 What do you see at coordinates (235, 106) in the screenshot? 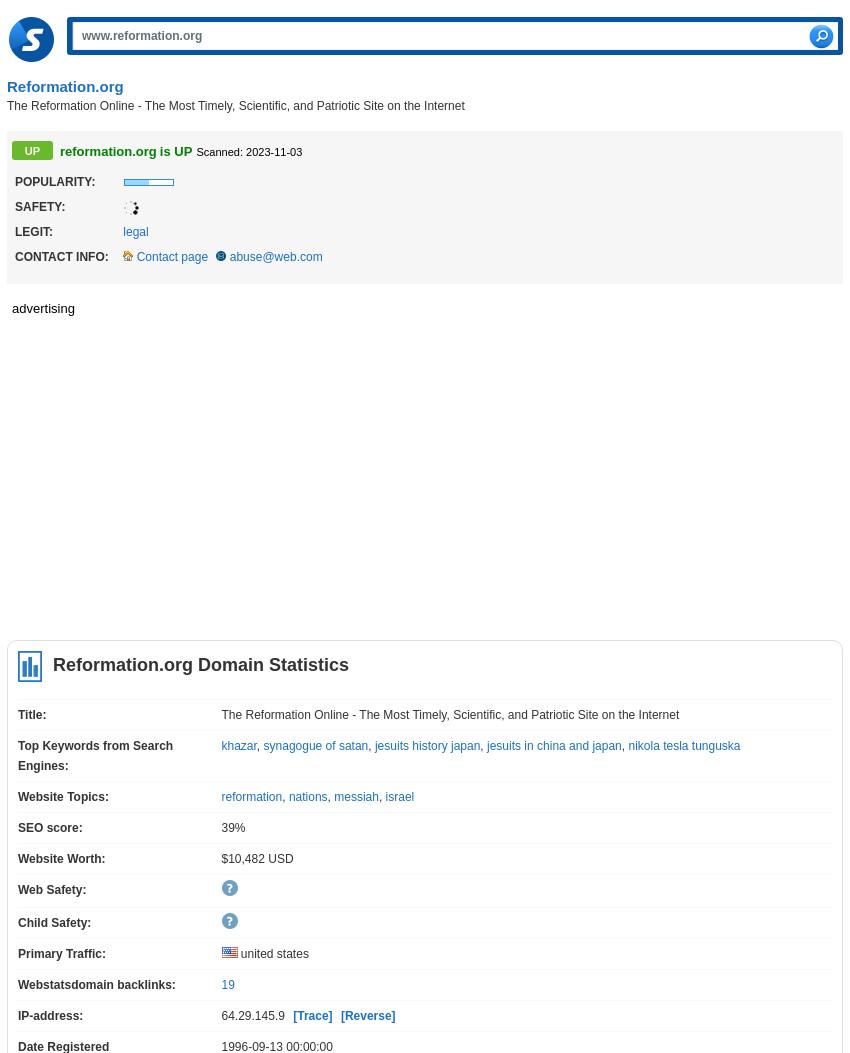
I see `'The Reformation Online - The Most Timely, Scientific, and Patriotic Site on the Internet'` at bounding box center [235, 106].